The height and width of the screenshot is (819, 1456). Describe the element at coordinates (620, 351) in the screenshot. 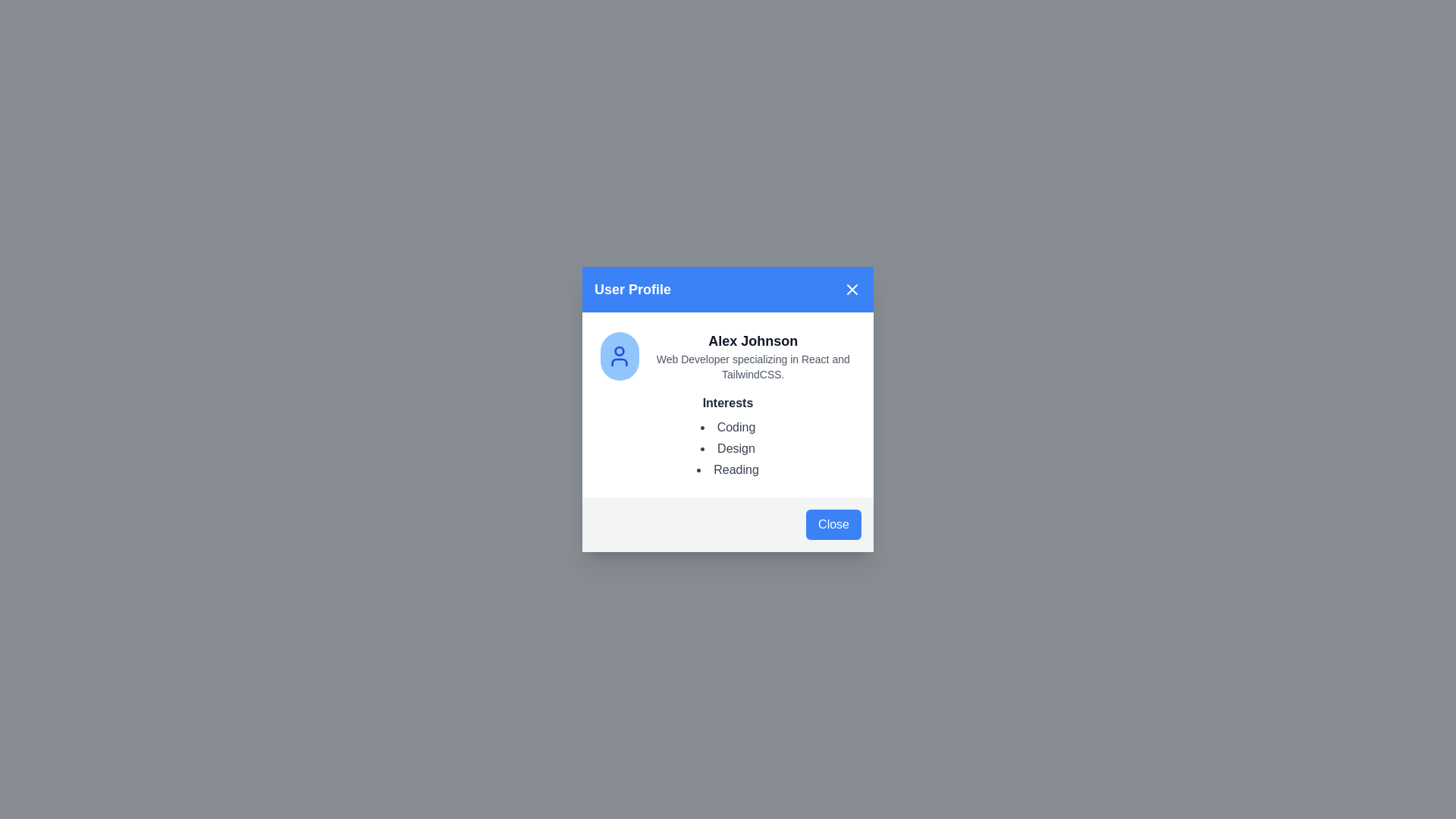

I see `the decorative SVG Circle within the user avatar that enhances the profile image aesthetics` at that location.